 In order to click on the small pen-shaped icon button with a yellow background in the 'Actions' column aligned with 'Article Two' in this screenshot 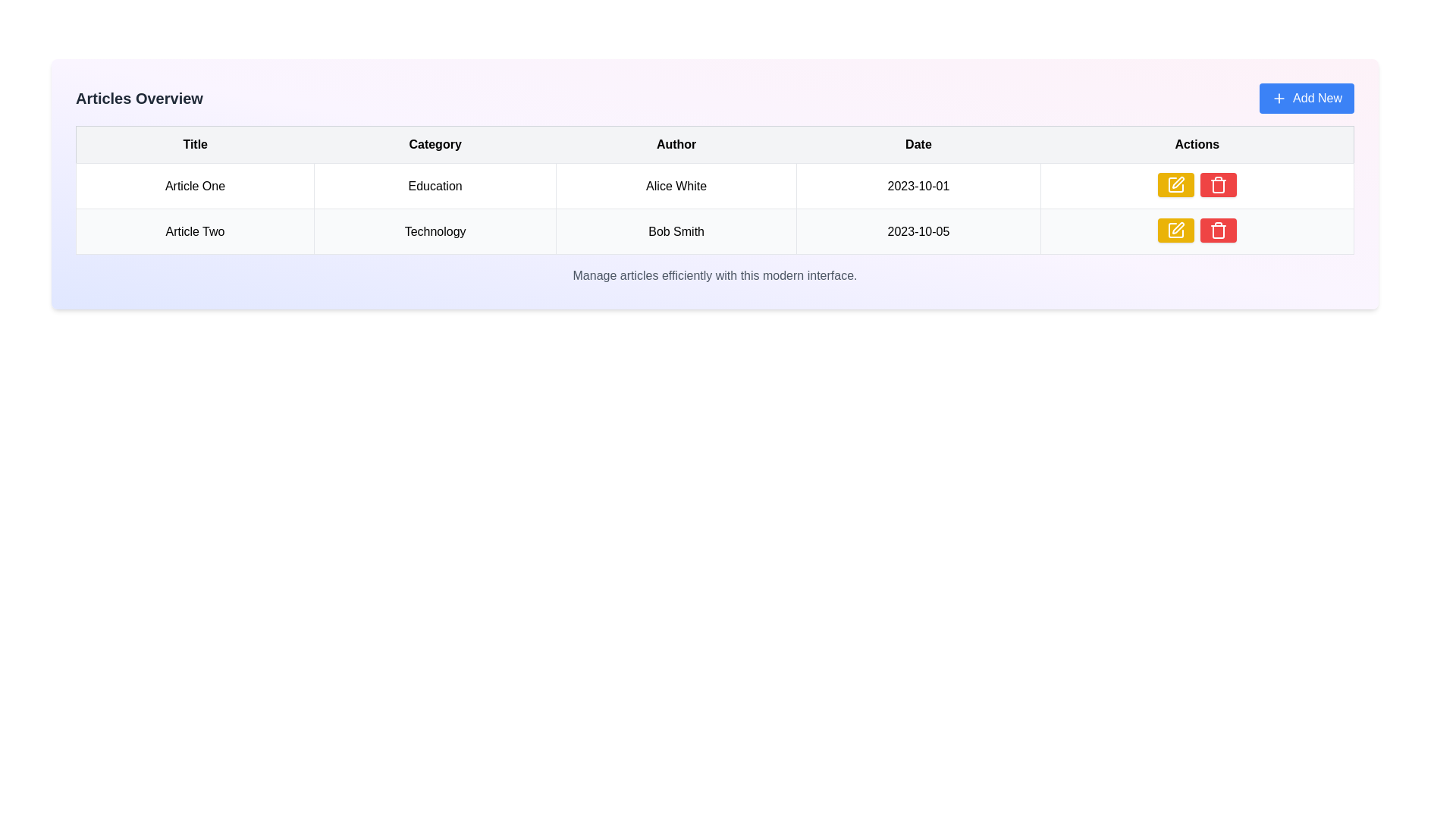, I will do `click(1178, 181)`.